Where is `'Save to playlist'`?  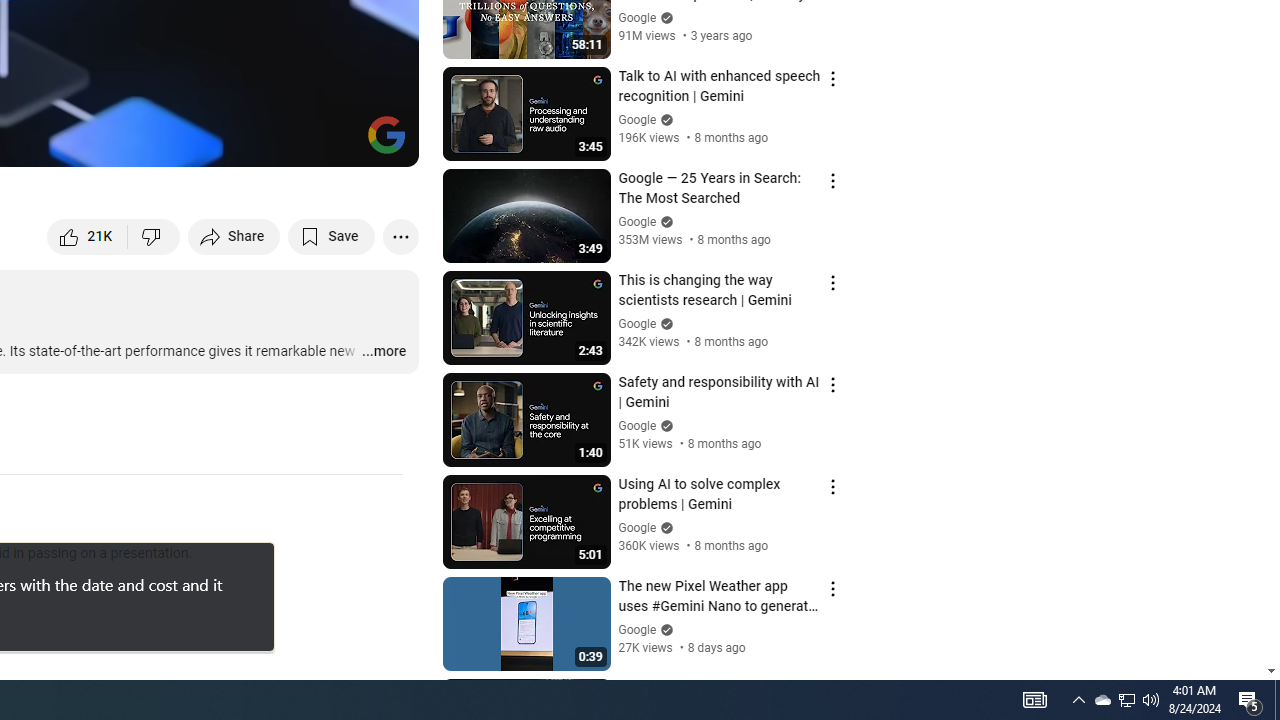
'Save to playlist' is located at coordinates (331, 235).